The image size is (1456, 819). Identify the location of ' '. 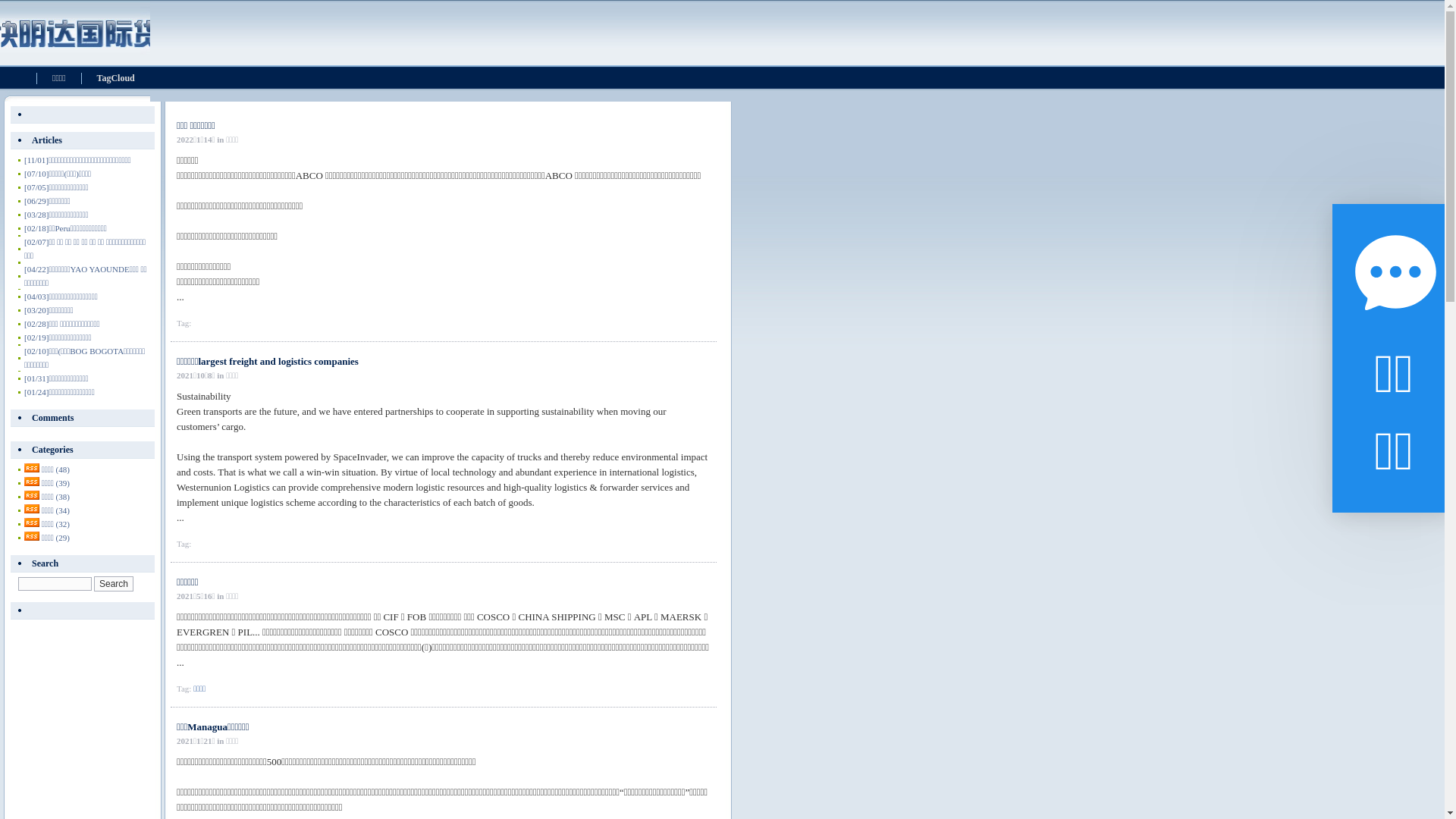
(82, 610).